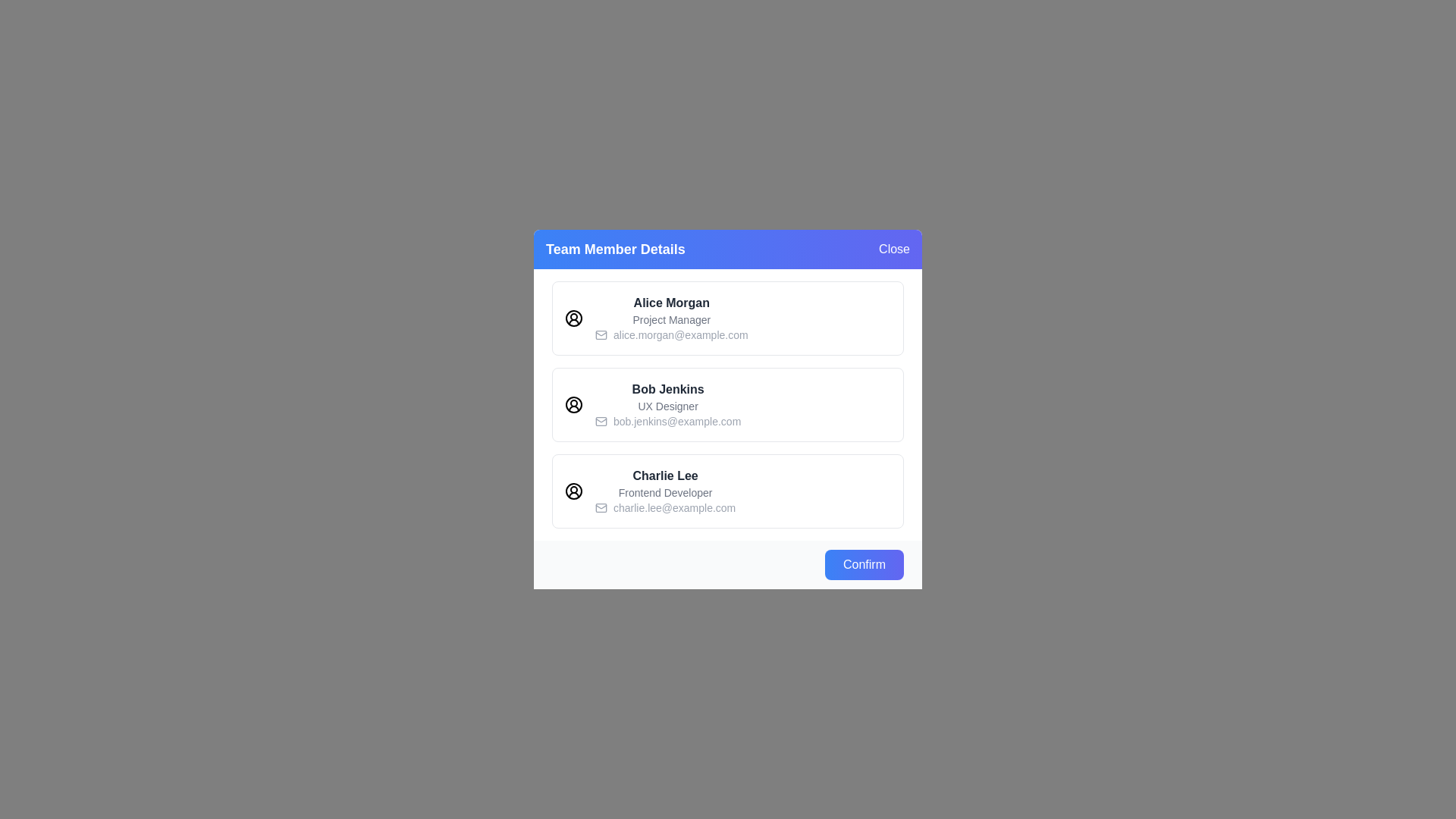 The height and width of the screenshot is (819, 1456). Describe the element at coordinates (573, 491) in the screenshot. I see `the circular outline icon representing a user, part of the profile image for 'Charlie Lee, Frontend Developer', located in the third section under the 'Team Member Details' header` at that location.